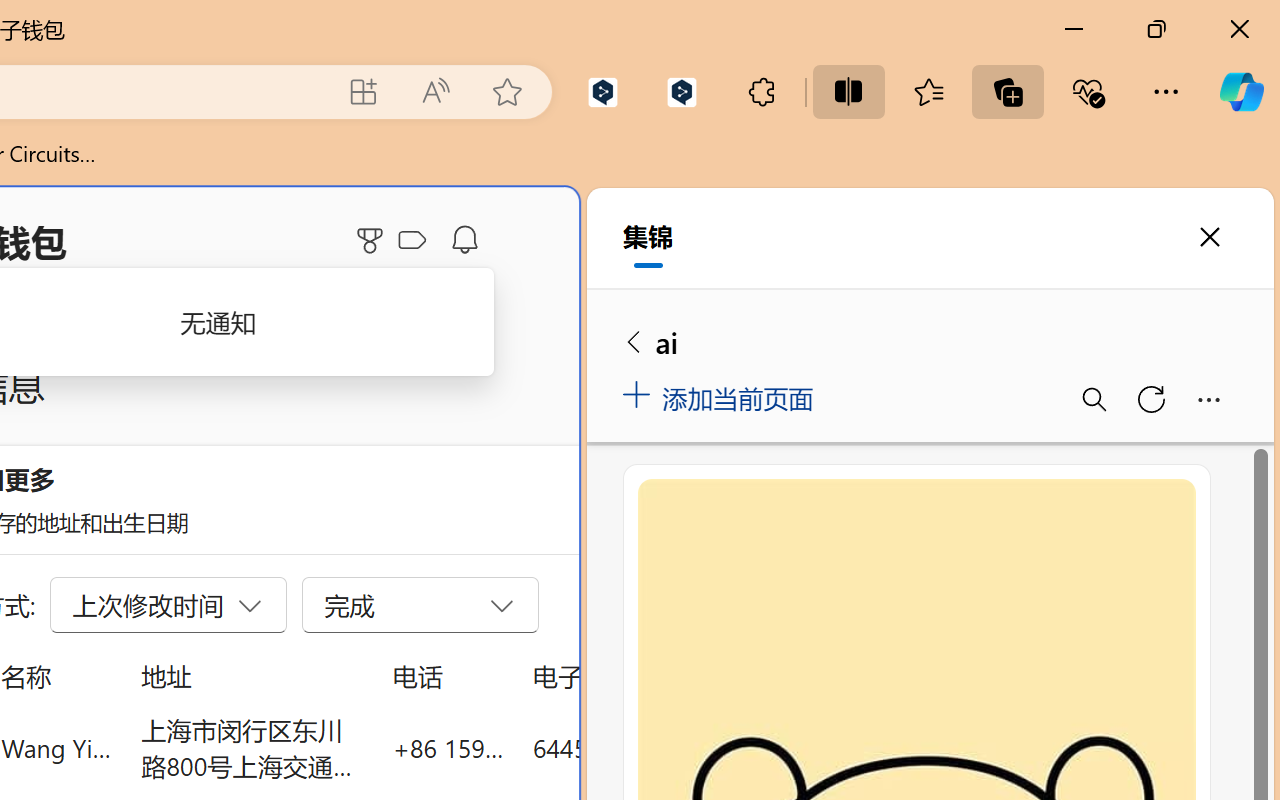 The image size is (1280, 800). What do you see at coordinates (447, 747) in the screenshot?
I see `'+86 159 0032 4640'` at bounding box center [447, 747].